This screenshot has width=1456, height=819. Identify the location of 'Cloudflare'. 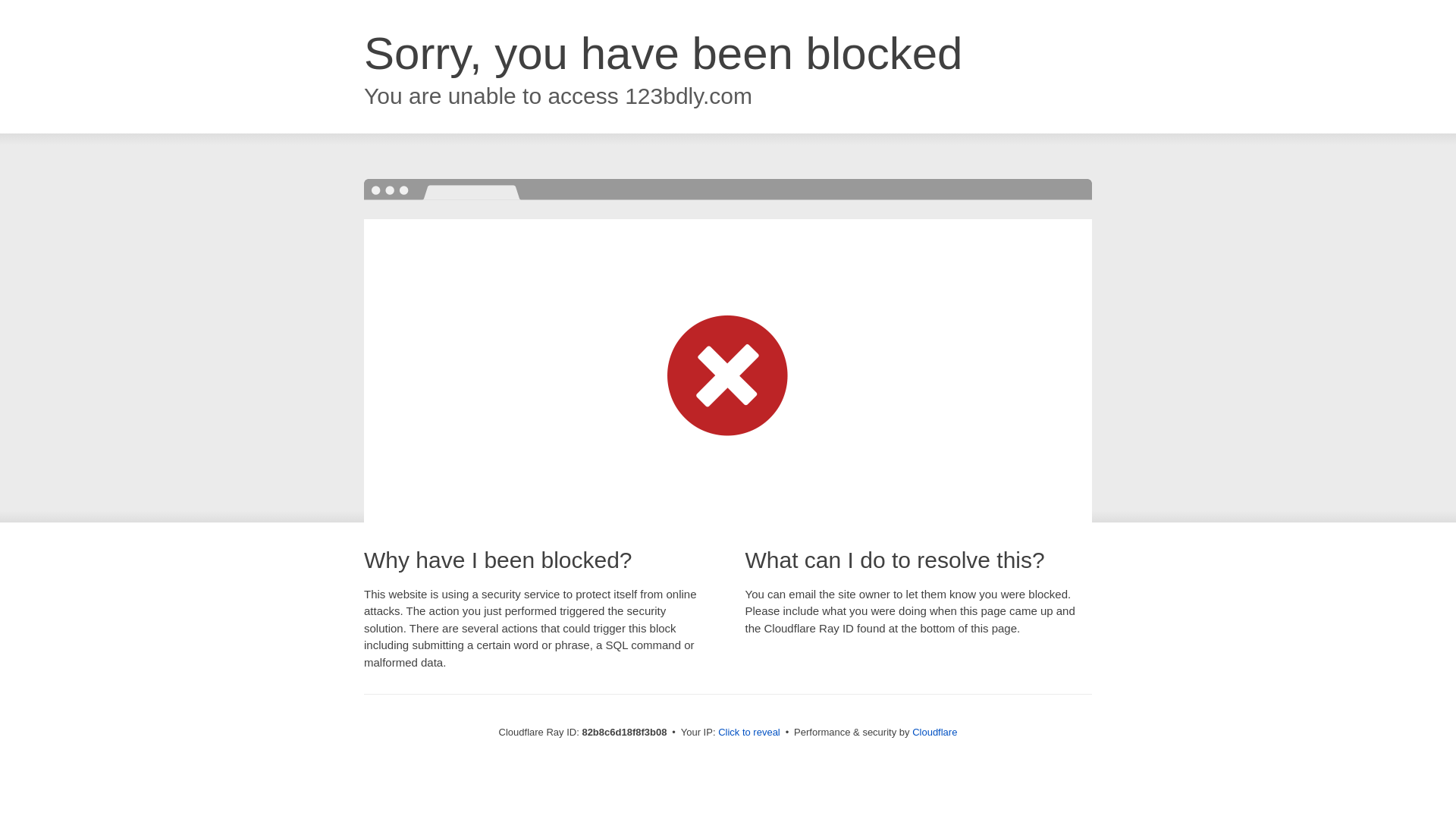
(934, 731).